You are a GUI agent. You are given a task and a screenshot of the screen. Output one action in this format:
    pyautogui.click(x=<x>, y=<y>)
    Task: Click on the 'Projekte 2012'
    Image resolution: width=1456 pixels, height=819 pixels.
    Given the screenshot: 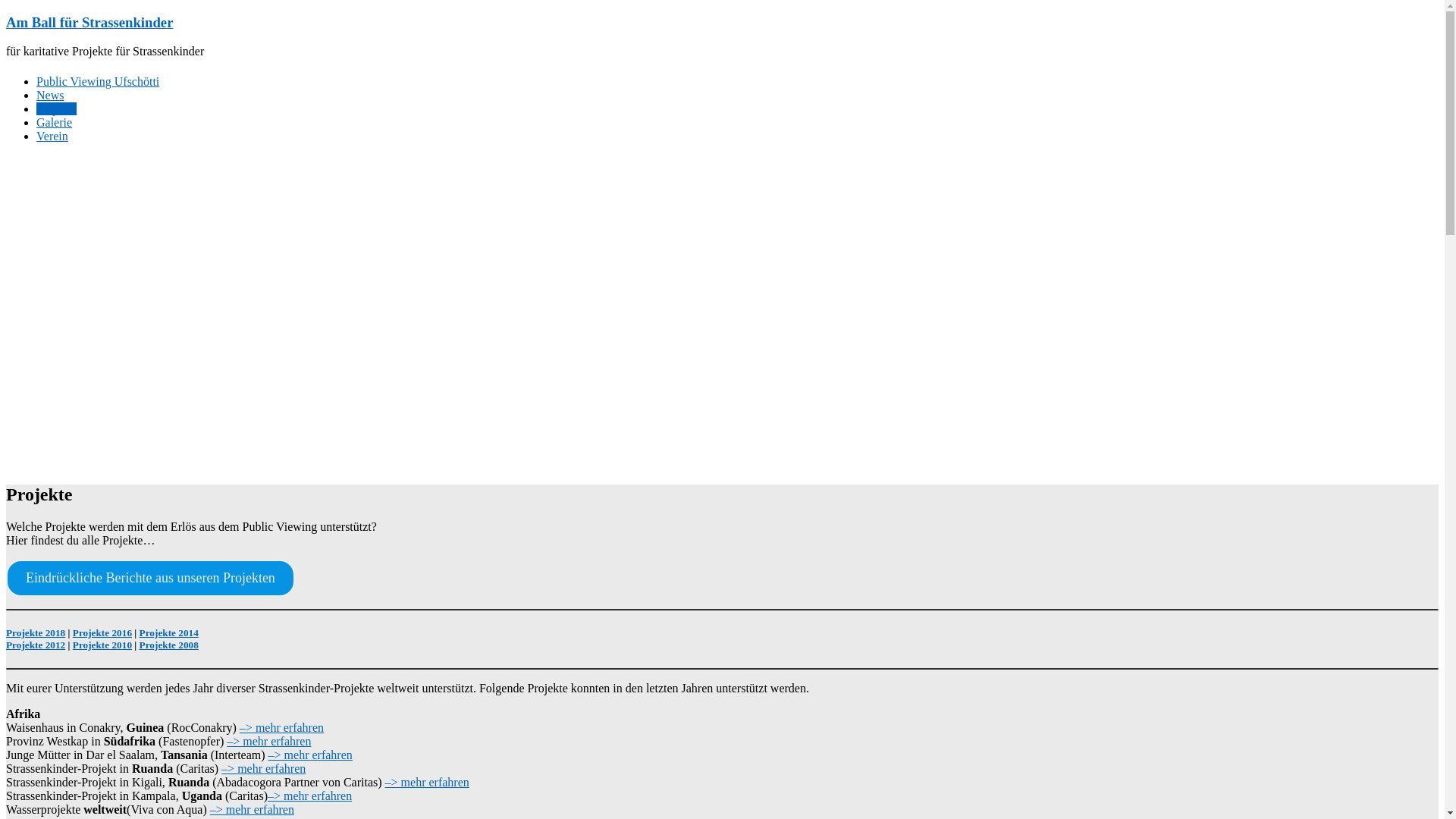 What is the action you would take?
    pyautogui.click(x=36, y=645)
    